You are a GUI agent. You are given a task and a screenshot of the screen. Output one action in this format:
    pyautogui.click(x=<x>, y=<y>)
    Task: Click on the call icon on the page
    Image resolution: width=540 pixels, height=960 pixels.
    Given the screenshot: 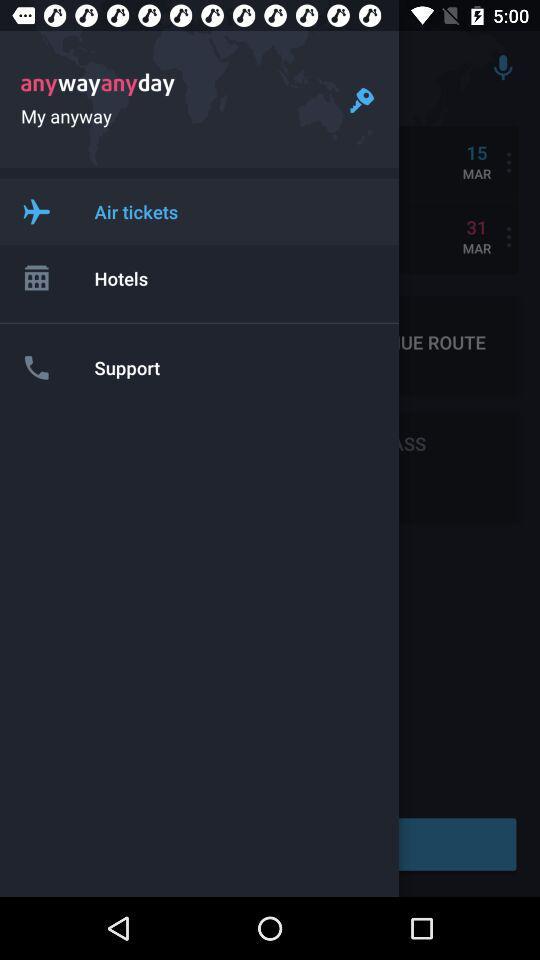 What is the action you would take?
    pyautogui.click(x=36, y=366)
    